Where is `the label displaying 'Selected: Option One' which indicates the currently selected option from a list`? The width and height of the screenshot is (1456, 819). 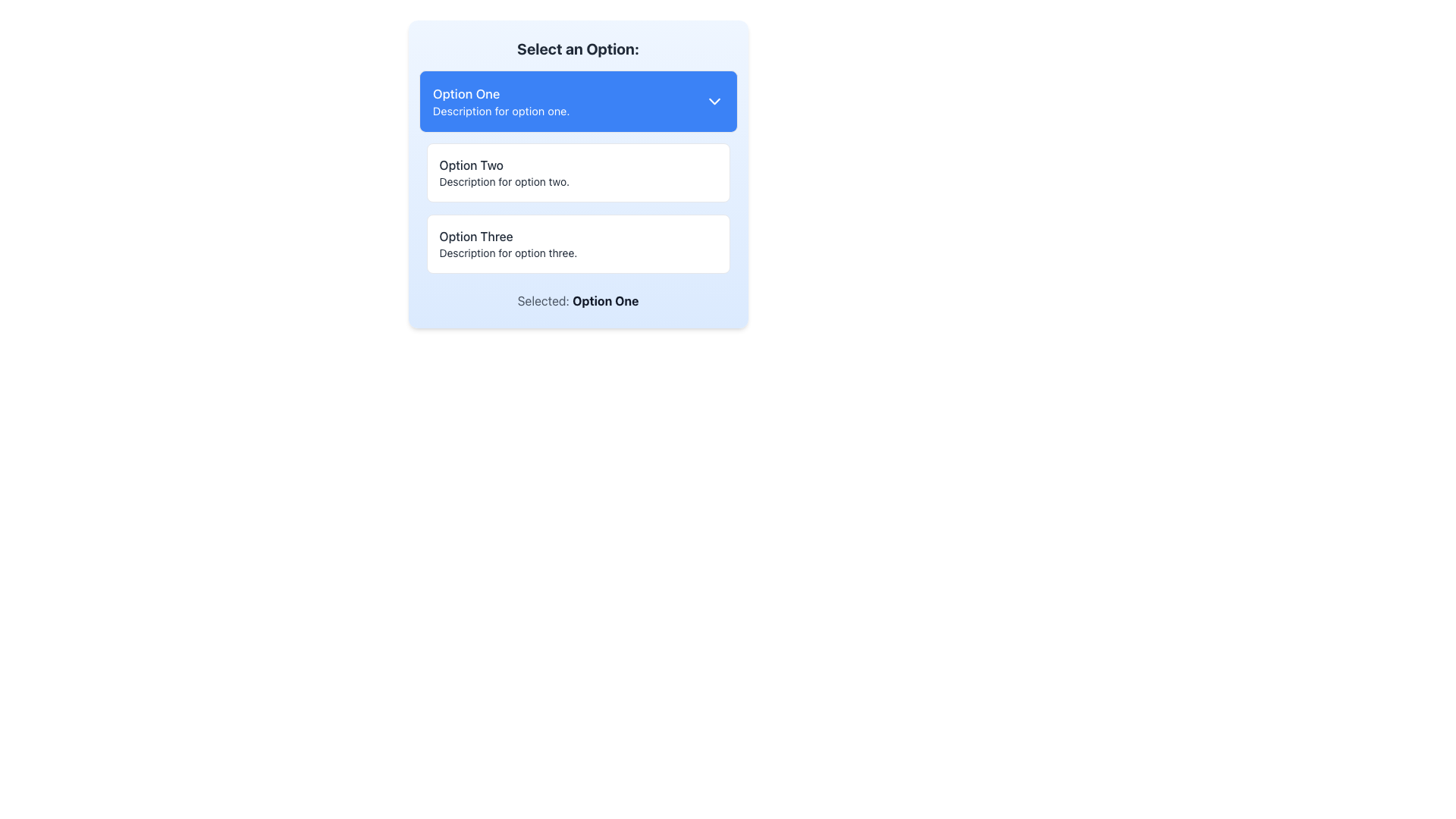
the label displaying 'Selected: Option One' which indicates the currently selected option from a list is located at coordinates (577, 301).